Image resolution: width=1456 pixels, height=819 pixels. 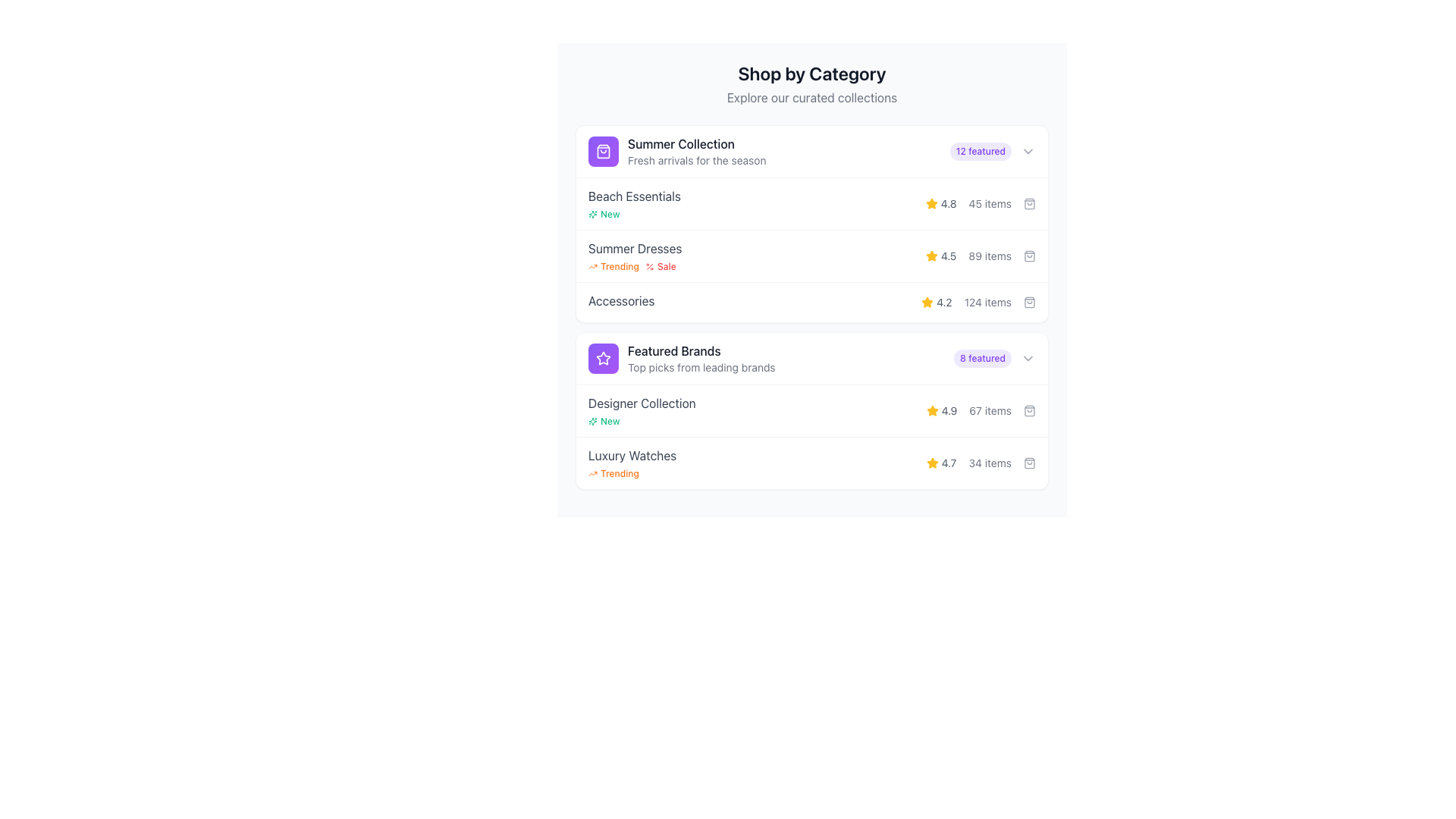 What do you see at coordinates (634, 203) in the screenshot?
I see `the 'Beach Essentials' text label` at bounding box center [634, 203].